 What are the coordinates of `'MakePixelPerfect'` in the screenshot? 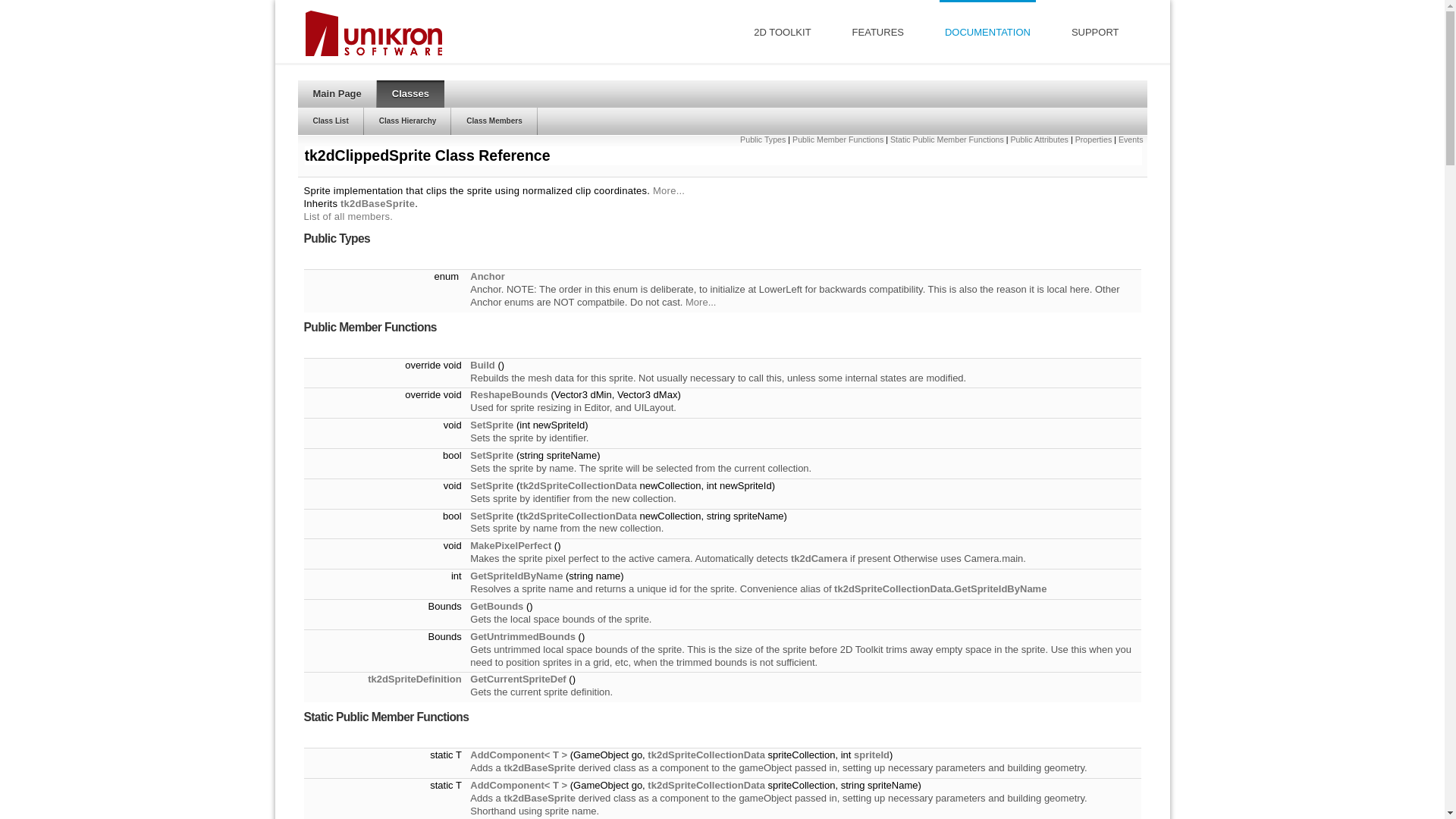 It's located at (510, 544).